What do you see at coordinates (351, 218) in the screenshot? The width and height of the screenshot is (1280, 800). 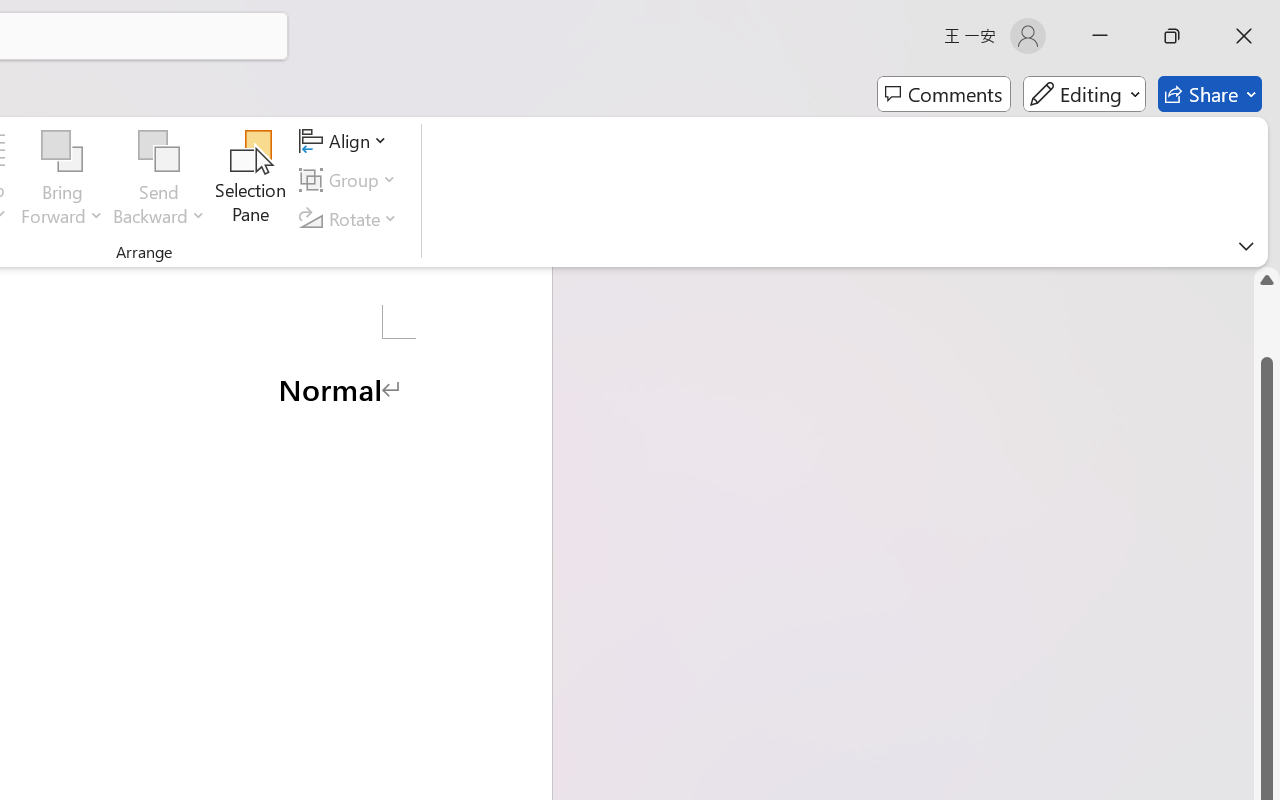 I see `'Rotate'` at bounding box center [351, 218].